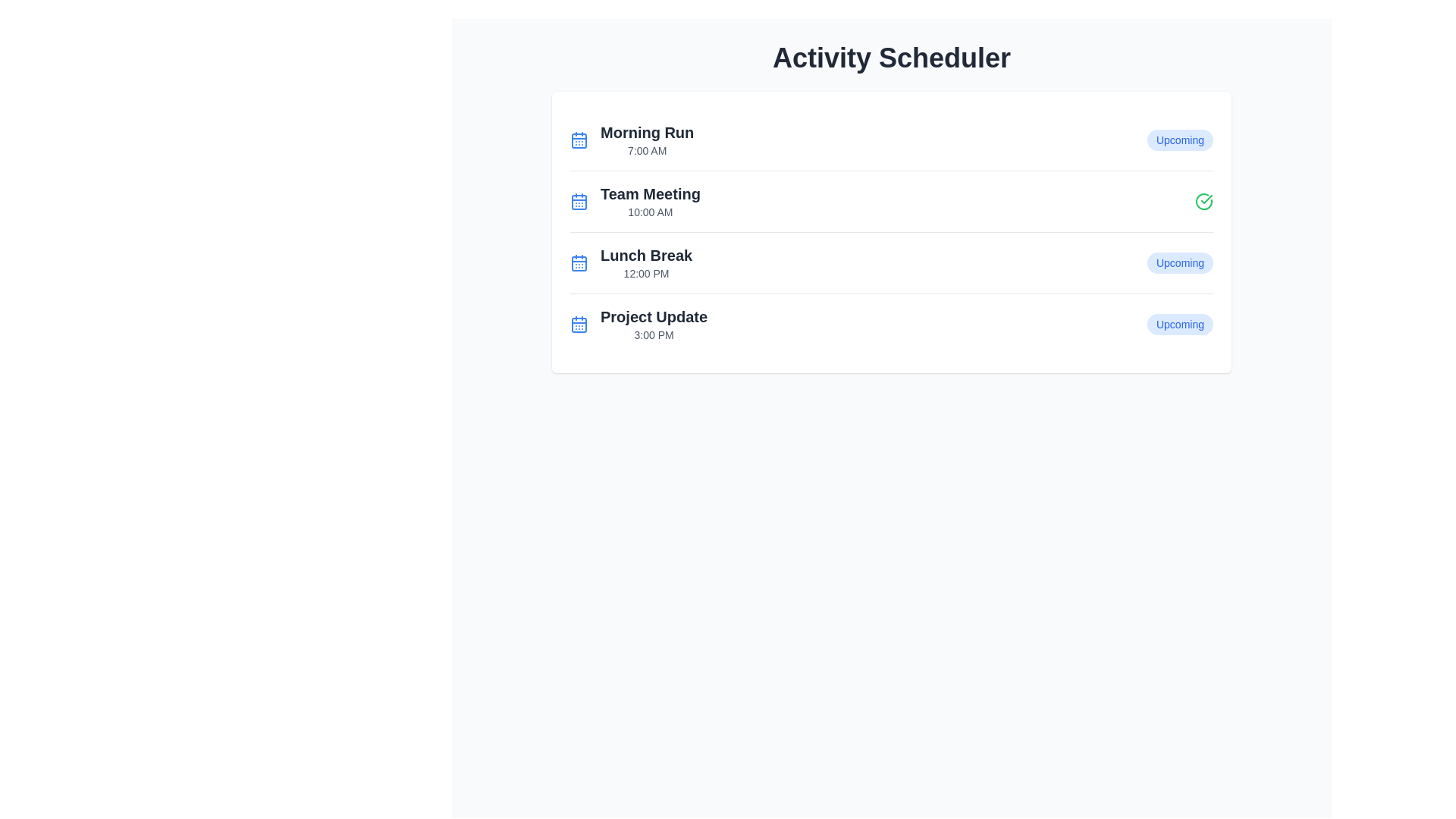  I want to click on displayed text 'Morning Run' with the subtitle '7:00 AM' from the text display positioned at the top of the activity schedule, so click(647, 140).